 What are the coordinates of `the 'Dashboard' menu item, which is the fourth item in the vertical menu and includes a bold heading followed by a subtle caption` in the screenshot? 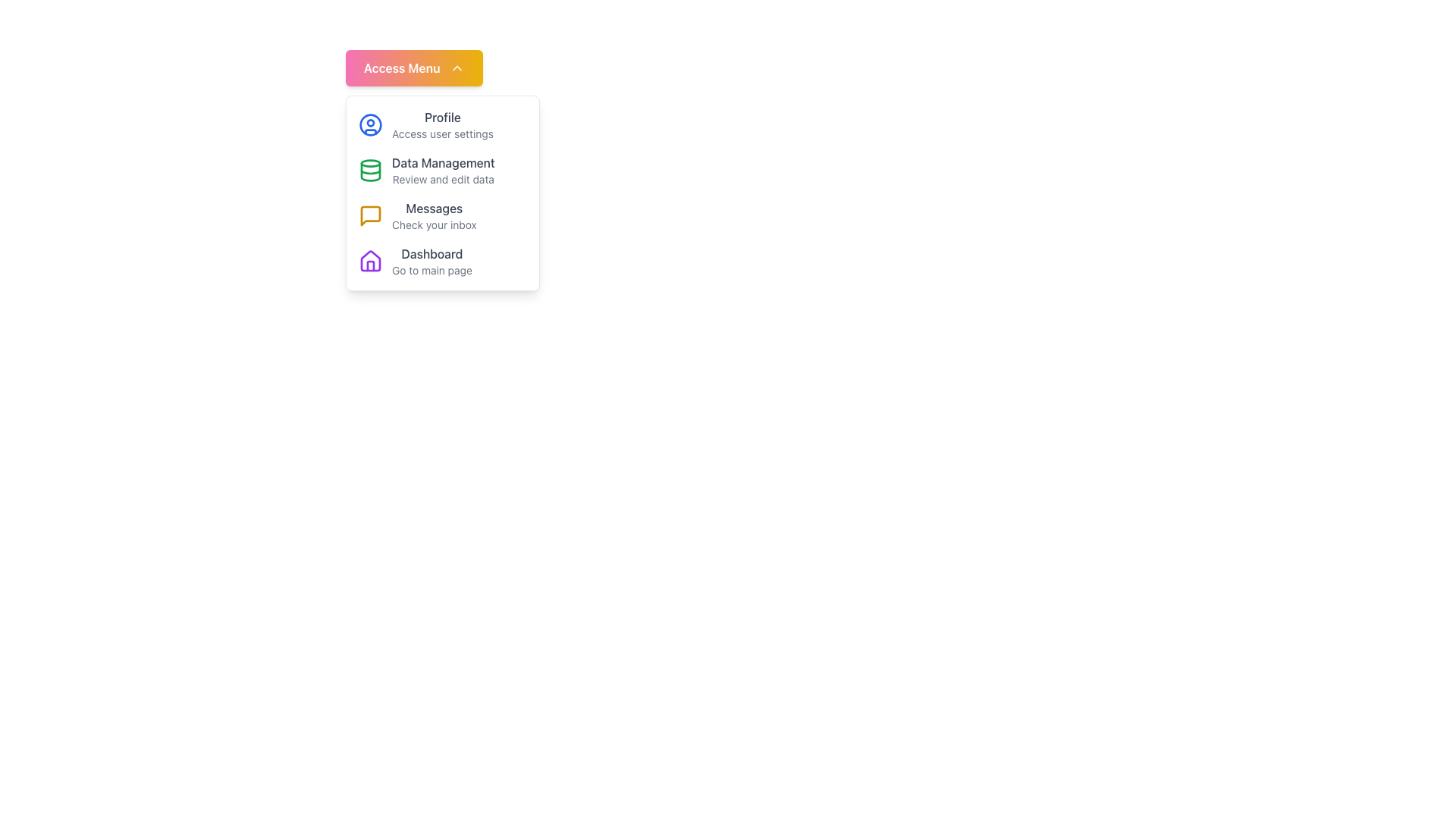 It's located at (431, 260).